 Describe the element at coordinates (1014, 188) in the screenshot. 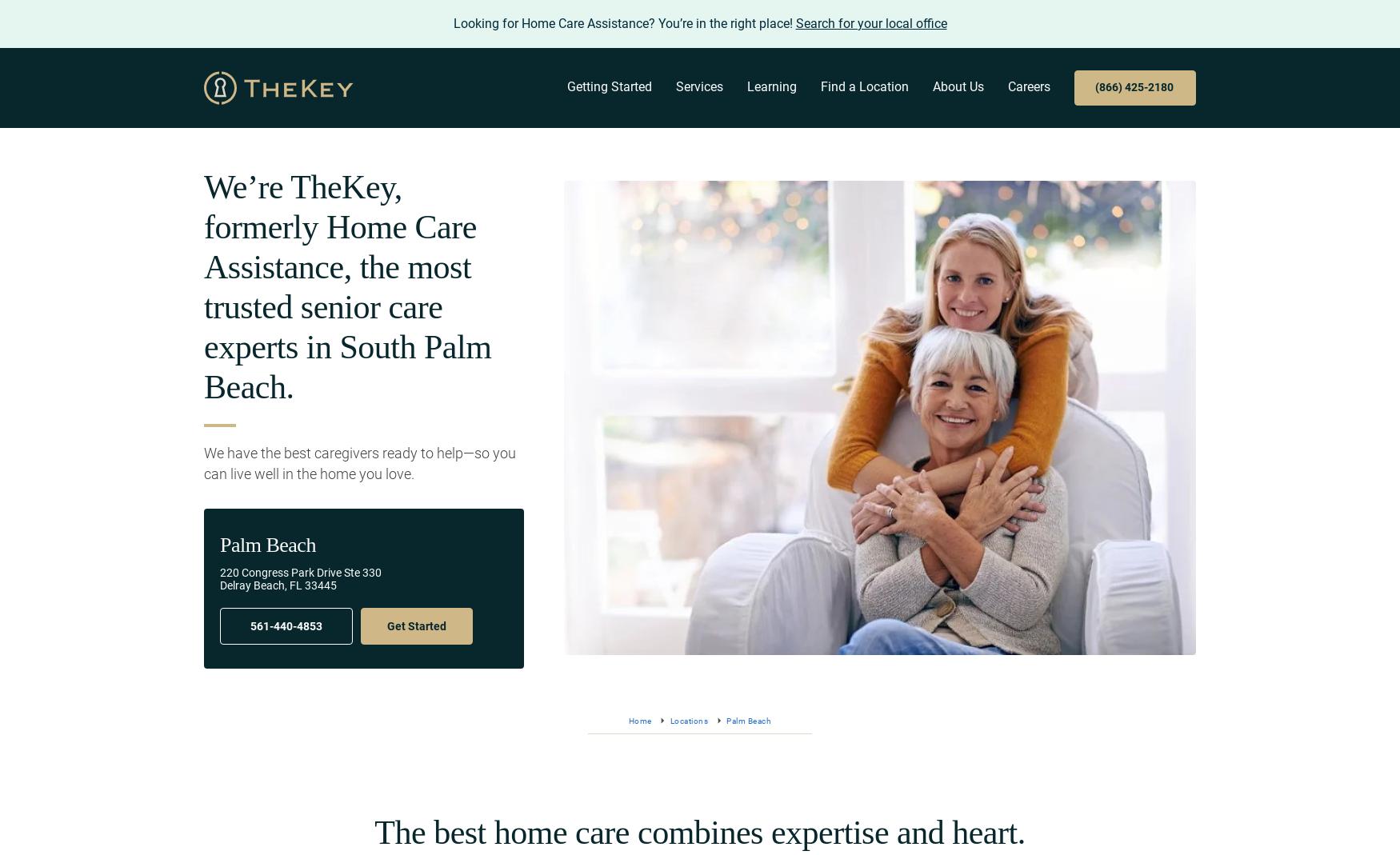

I see `'Corporate and Field Offices'` at that location.